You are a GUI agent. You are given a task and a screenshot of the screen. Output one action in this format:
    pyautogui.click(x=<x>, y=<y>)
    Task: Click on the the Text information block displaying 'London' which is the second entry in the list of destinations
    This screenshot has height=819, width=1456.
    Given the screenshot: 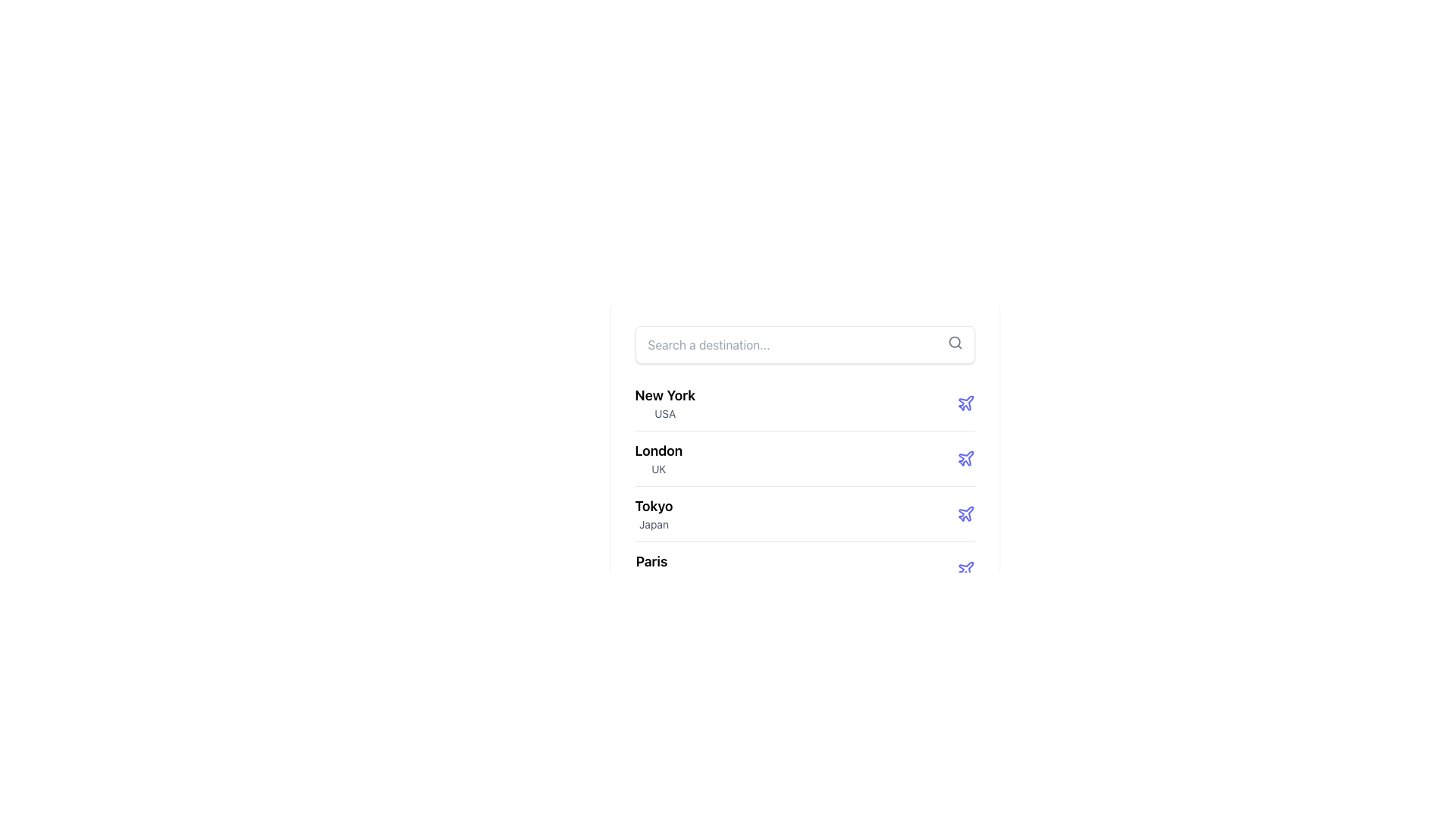 What is the action you would take?
    pyautogui.click(x=658, y=458)
    